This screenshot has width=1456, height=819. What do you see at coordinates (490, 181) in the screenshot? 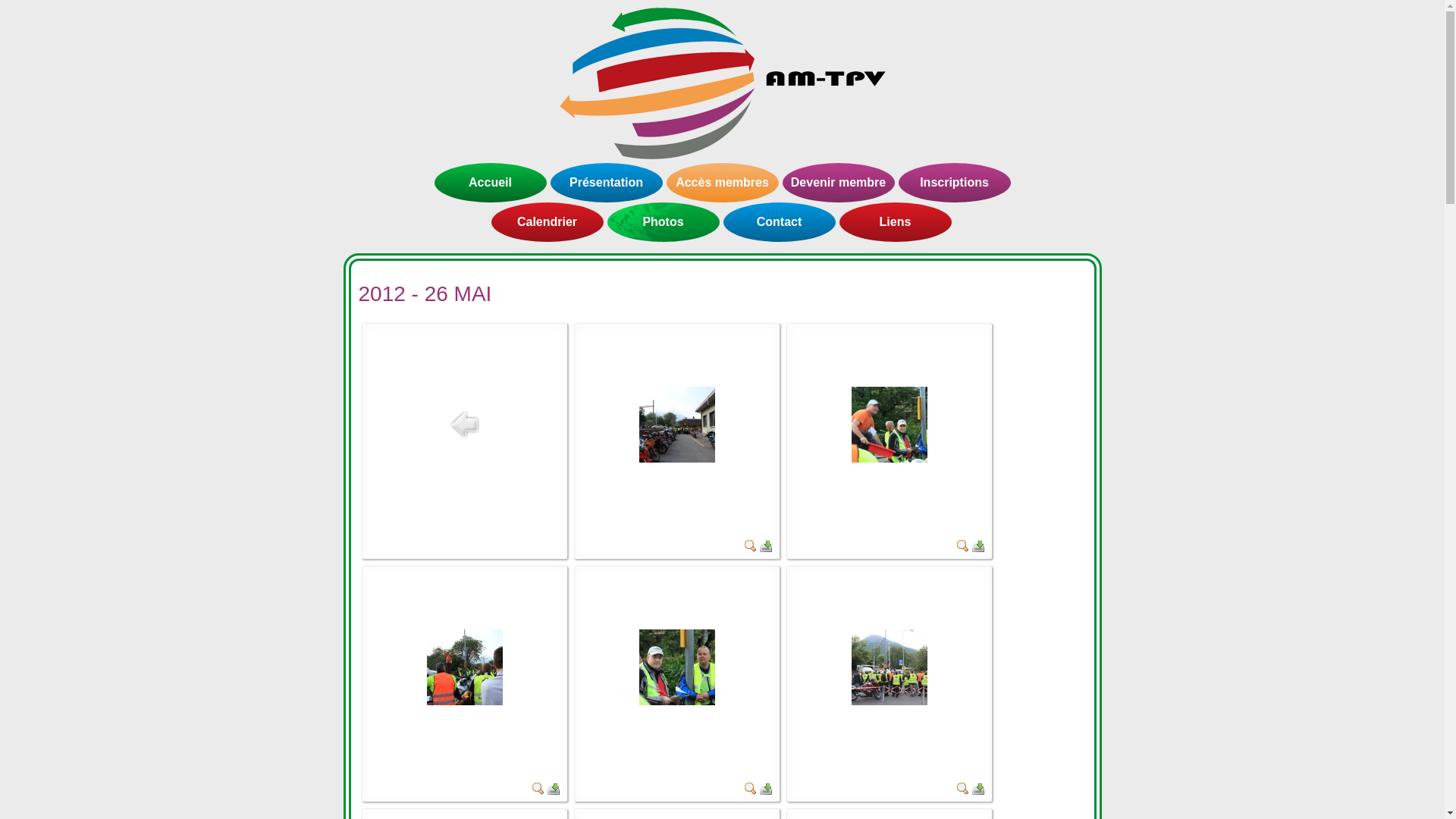
I see `'Accueil'` at bounding box center [490, 181].